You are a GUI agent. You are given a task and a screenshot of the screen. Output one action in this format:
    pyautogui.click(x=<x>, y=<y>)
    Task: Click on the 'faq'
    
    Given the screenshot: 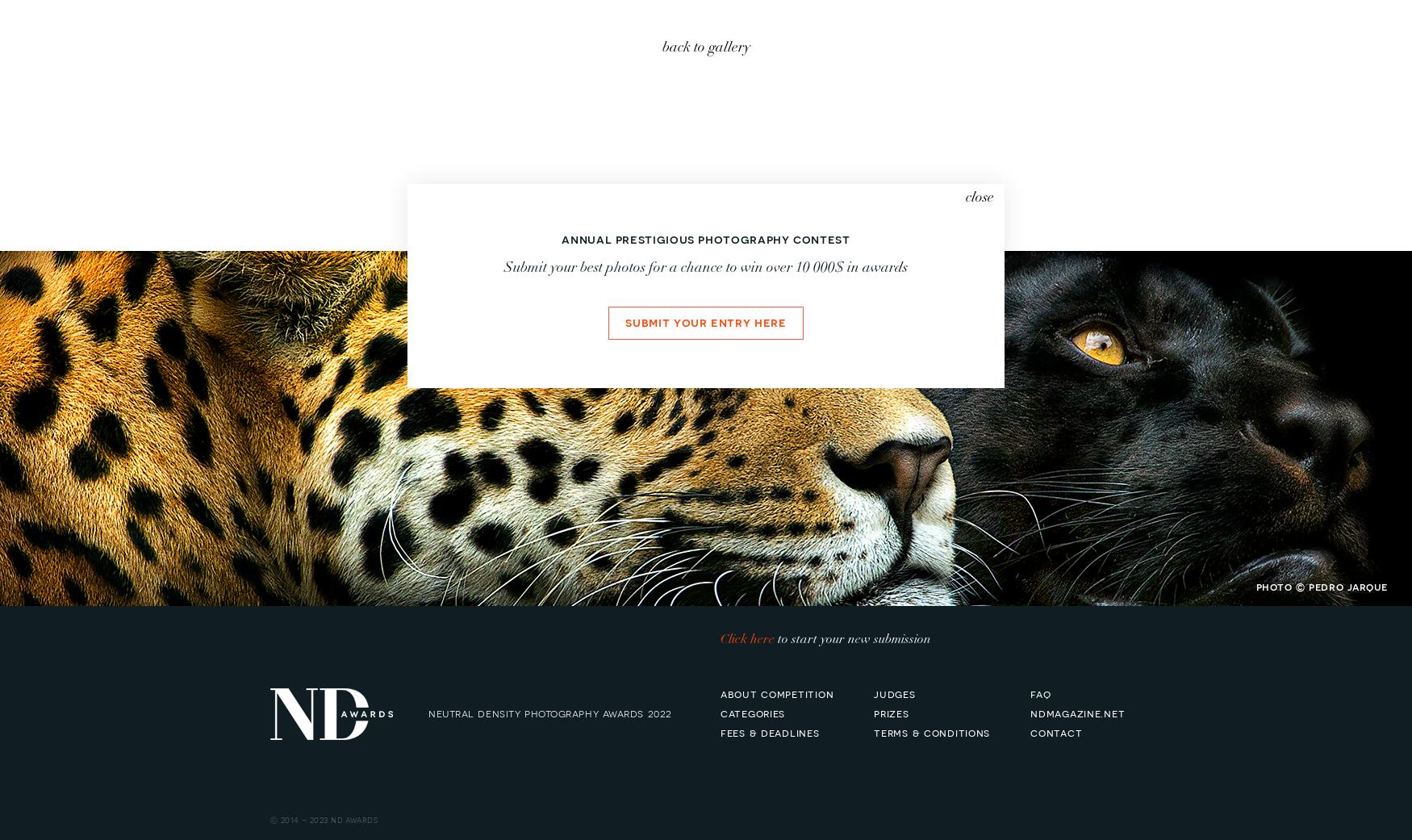 What is the action you would take?
    pyautogui.click(x=1039, y=692)
    